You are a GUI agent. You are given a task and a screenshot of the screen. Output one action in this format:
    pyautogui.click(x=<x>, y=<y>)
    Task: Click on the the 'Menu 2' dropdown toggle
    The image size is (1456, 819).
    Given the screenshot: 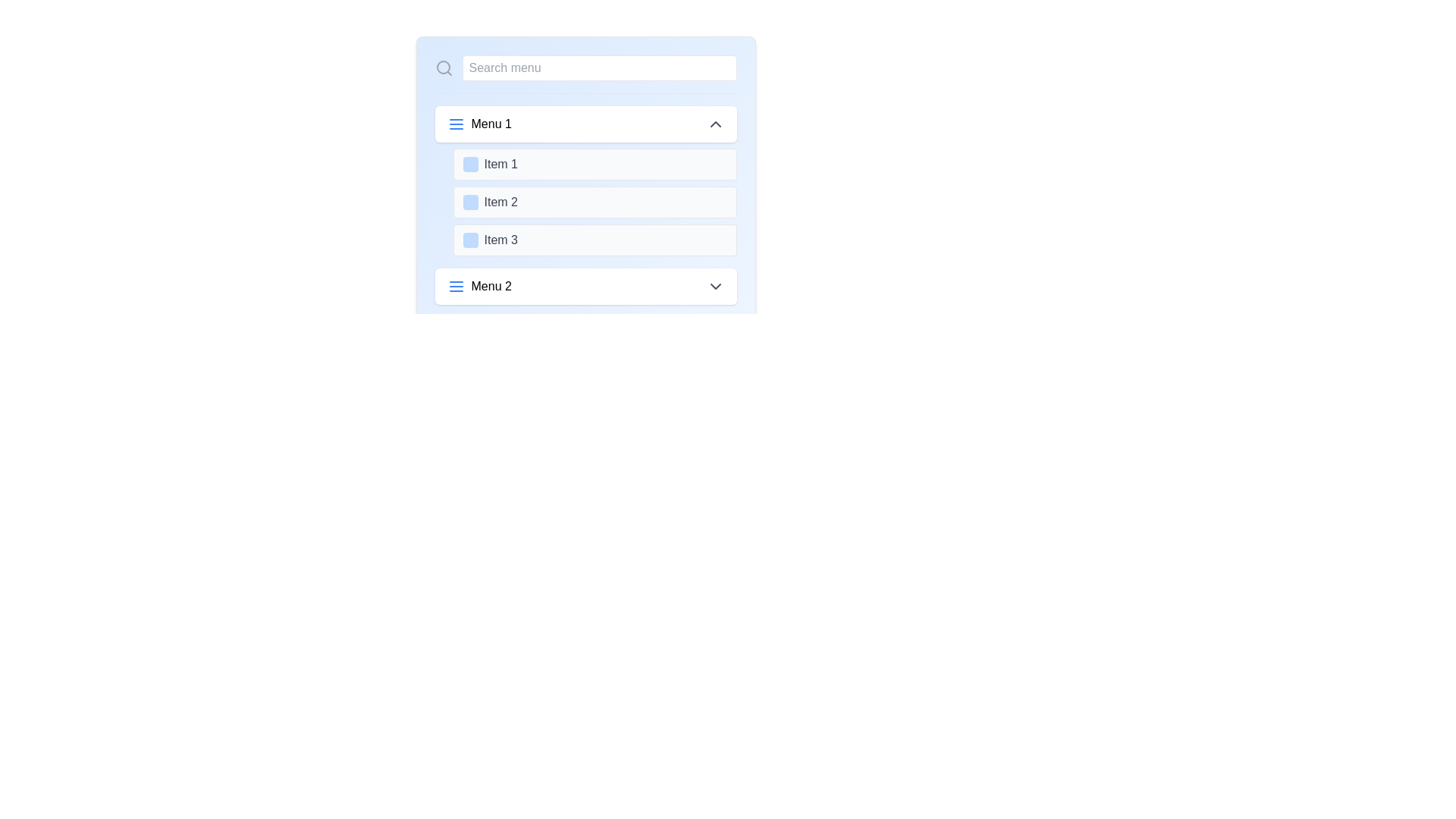 What is the action you would take?
    pyautogui.click(x=585, y=287)
    